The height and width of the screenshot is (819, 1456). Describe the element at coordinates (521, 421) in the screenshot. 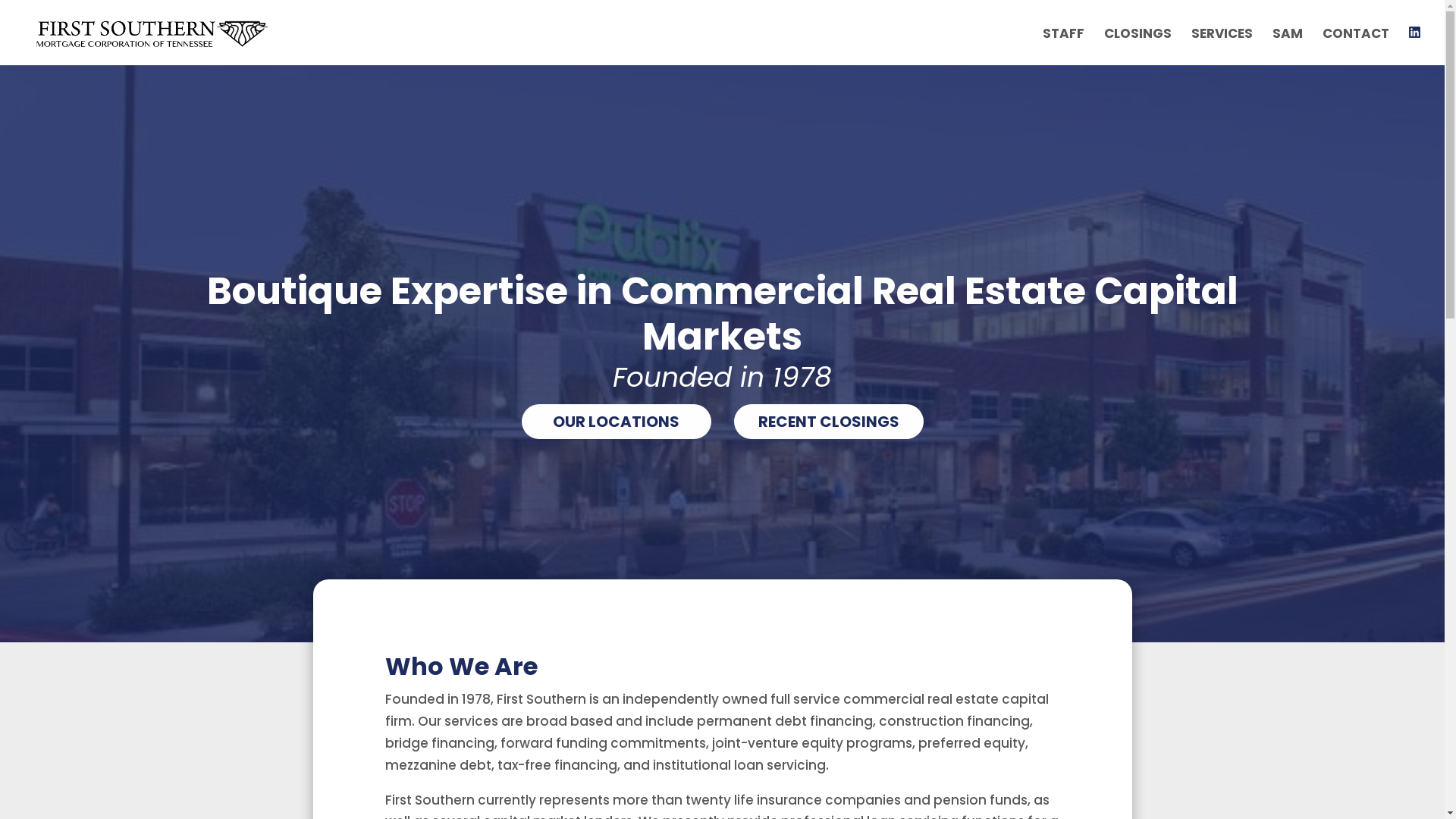

I see `'OUR LOCATIONS'` at that location.